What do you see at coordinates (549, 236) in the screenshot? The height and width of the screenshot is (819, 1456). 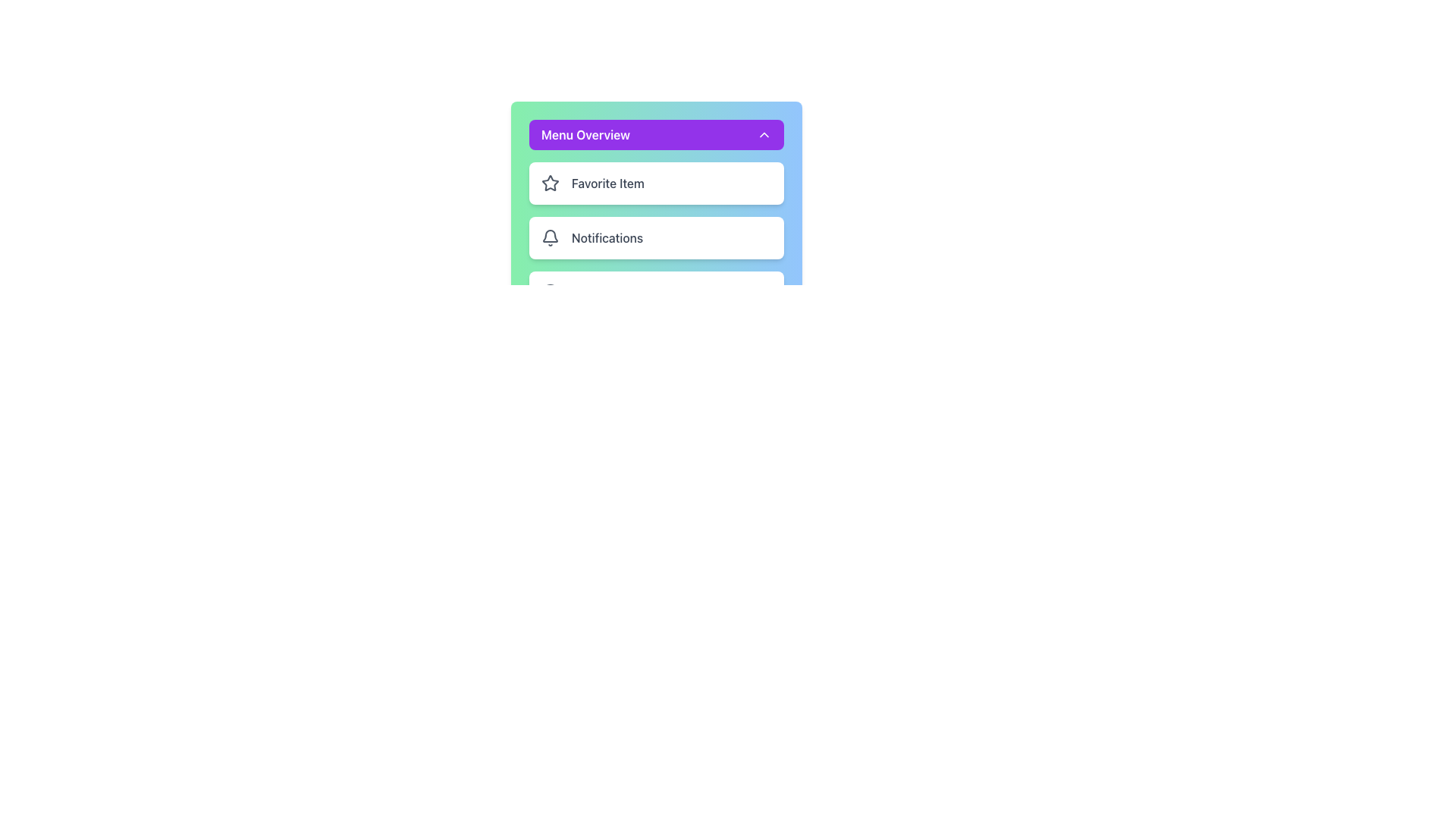 I see `the bell-shaped notification icon located in the 'Notifications' section beneath the 'Favorite Item' section of the vertical menu` at bounding box center [549, 236].